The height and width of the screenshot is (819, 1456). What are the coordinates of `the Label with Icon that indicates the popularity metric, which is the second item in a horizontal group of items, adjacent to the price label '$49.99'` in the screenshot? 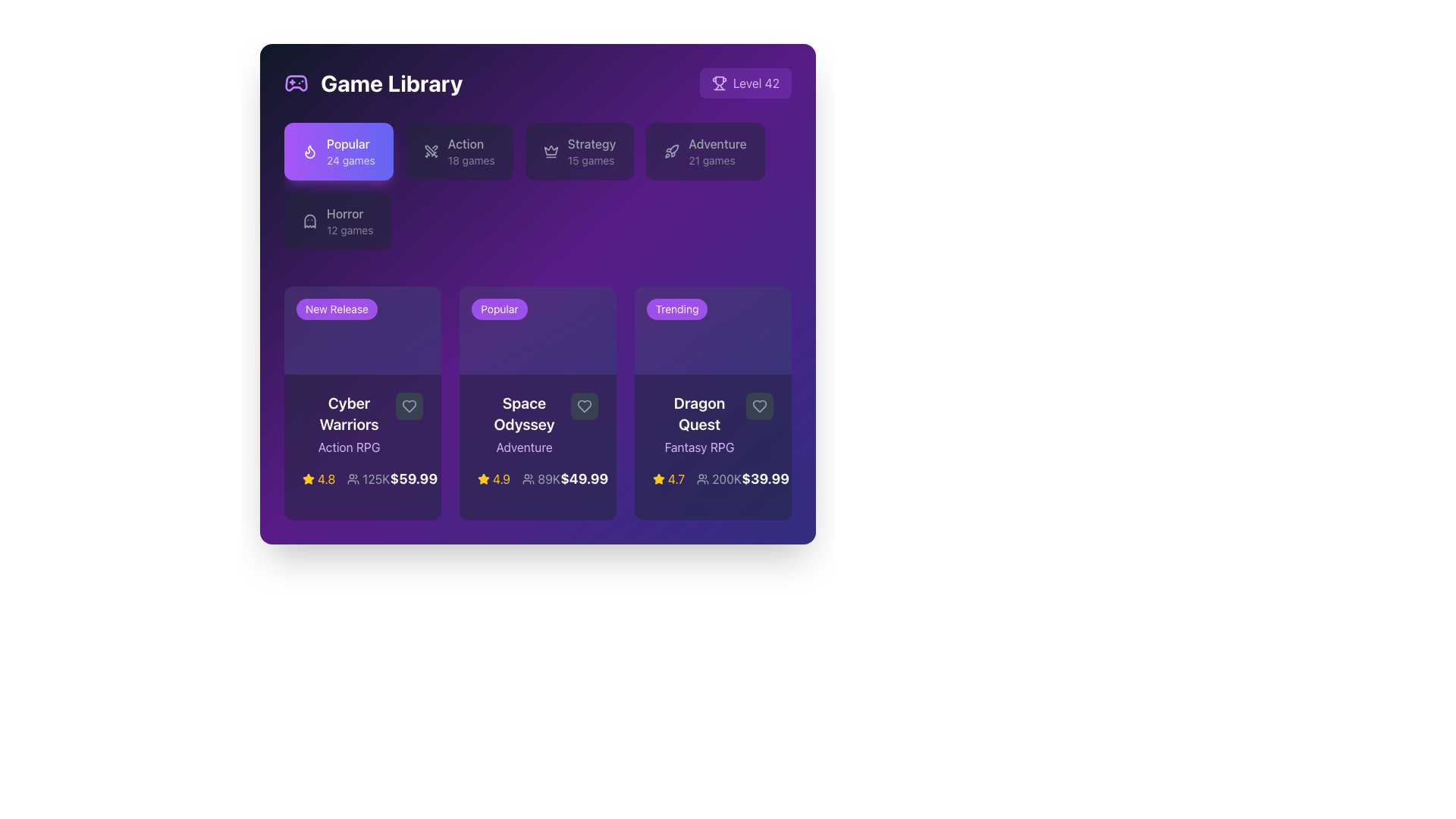 It's located at (541, 479).